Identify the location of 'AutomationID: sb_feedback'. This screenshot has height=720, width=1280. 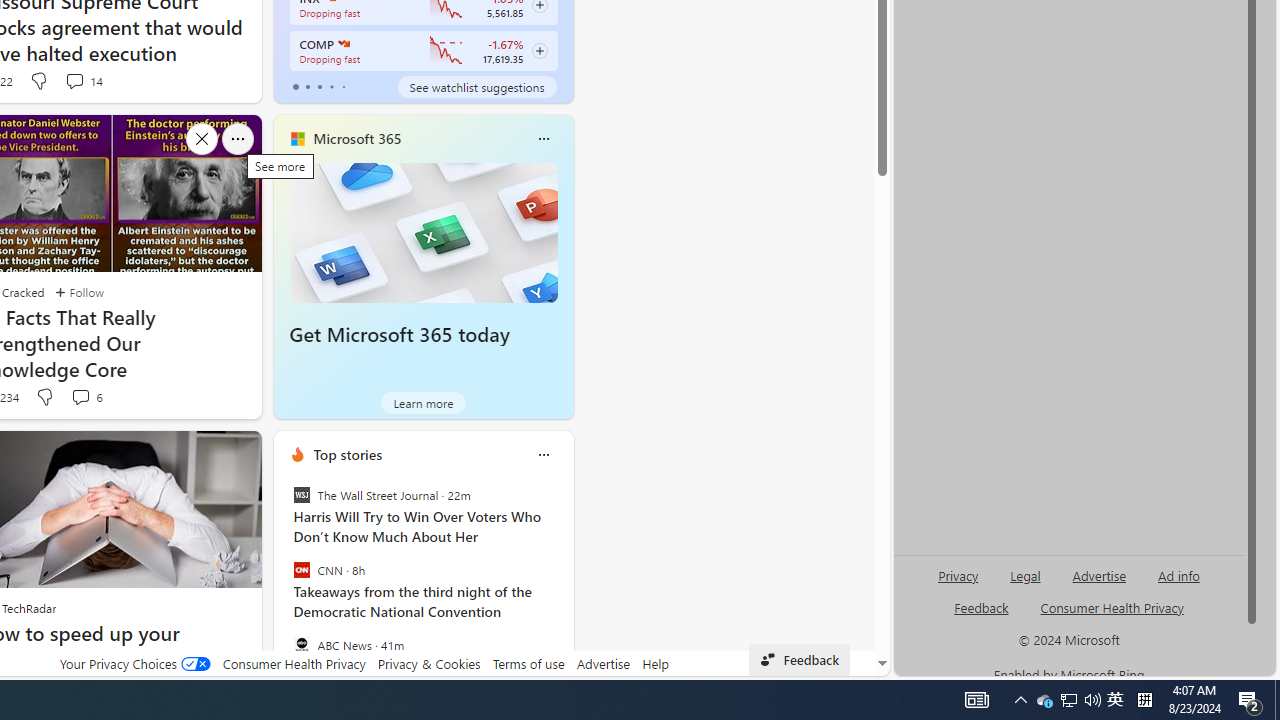
(981, 606).